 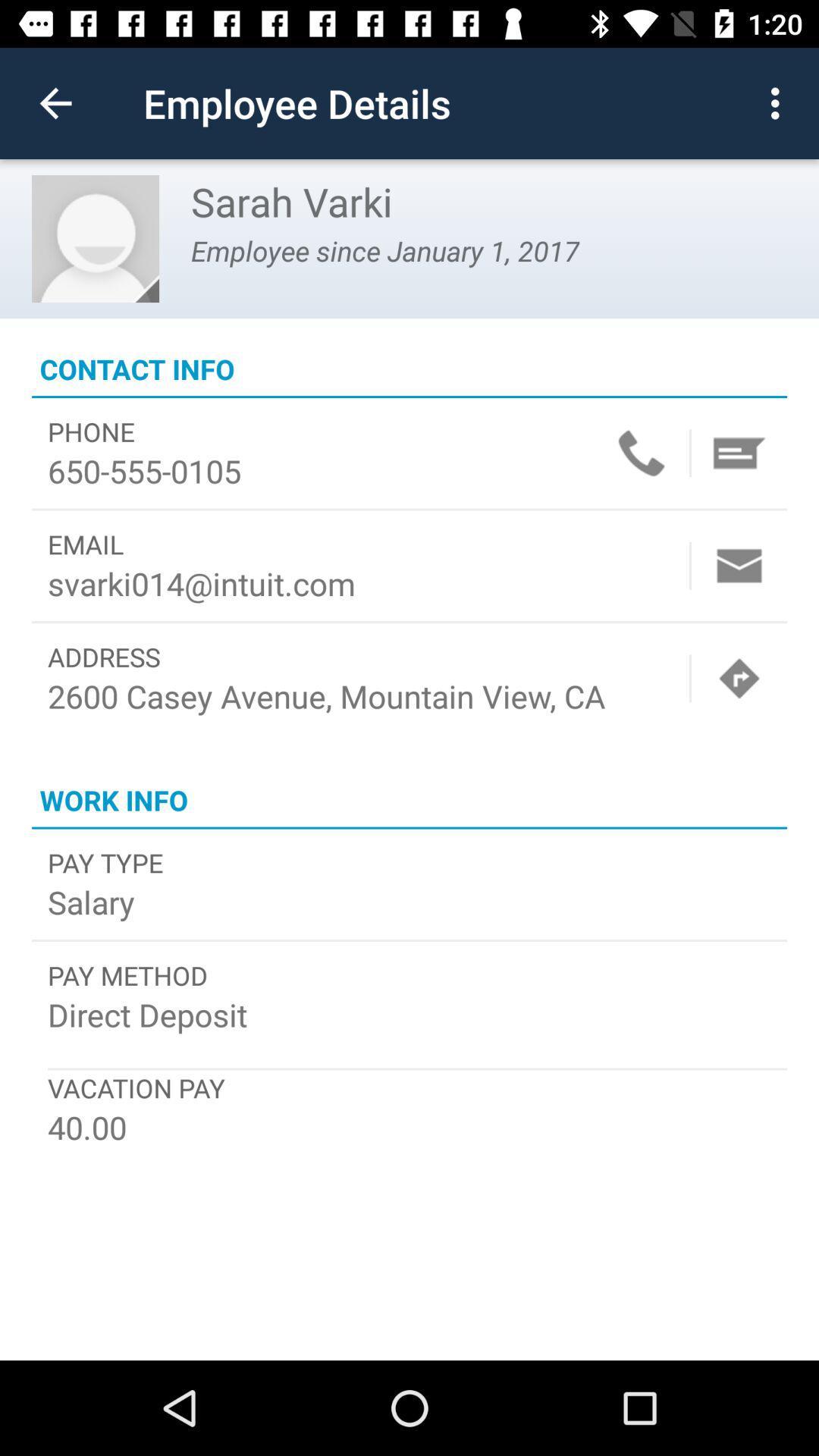 I want to click on profile photo, so click(x=96, y=238).